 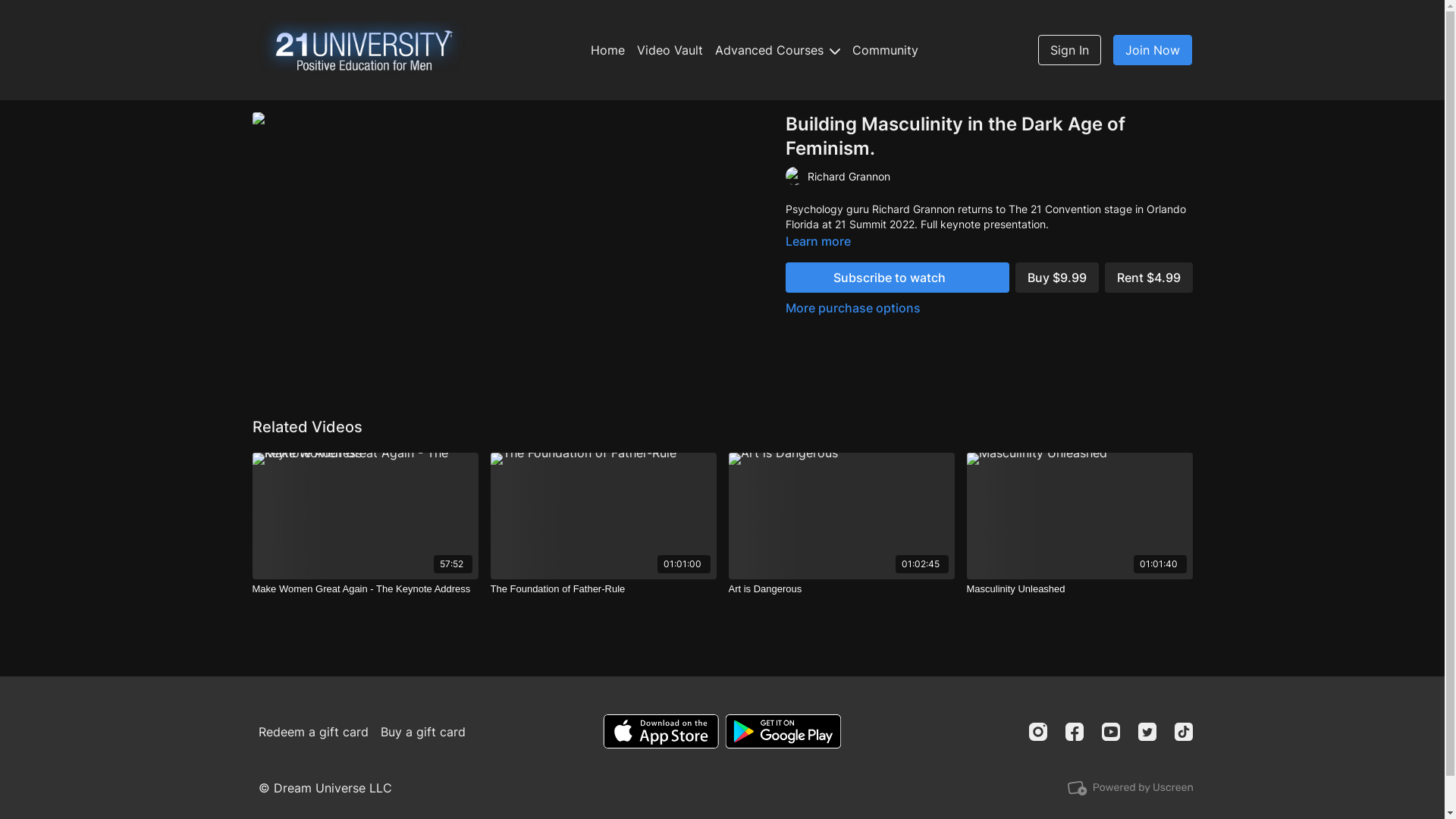 I want to click on 'Advanced Courses', so click(x=777, y=49).